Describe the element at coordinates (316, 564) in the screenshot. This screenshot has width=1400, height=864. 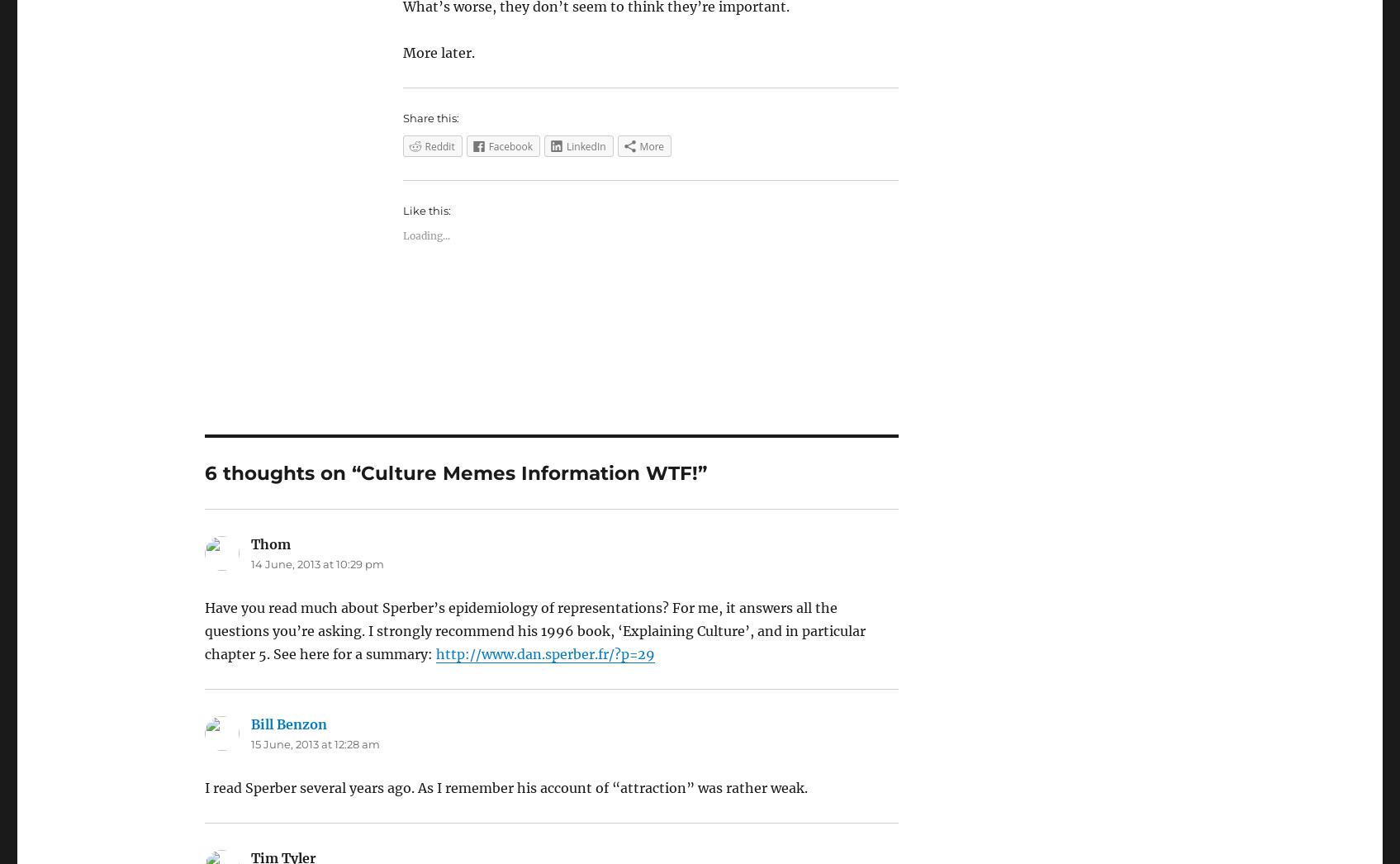
I see `'14 June, 2013 at 10:29 pm'` at that location.